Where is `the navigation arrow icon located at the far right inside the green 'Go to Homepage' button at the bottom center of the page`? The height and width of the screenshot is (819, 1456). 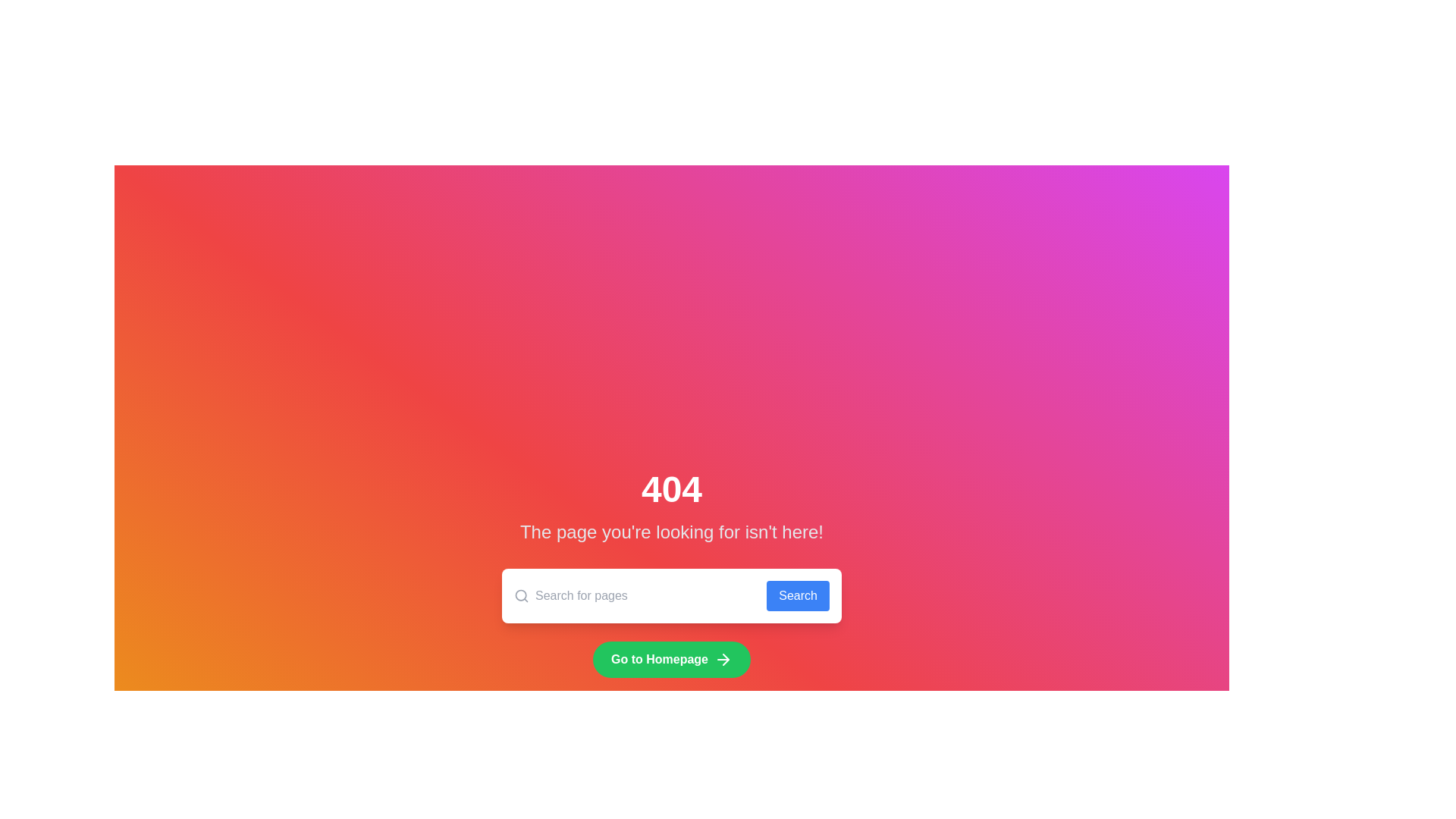 the navigation arrow icon located at the far right inside the green 'Go to Homepage' button at the bottom center of the page is located at coordinates (723, 659).